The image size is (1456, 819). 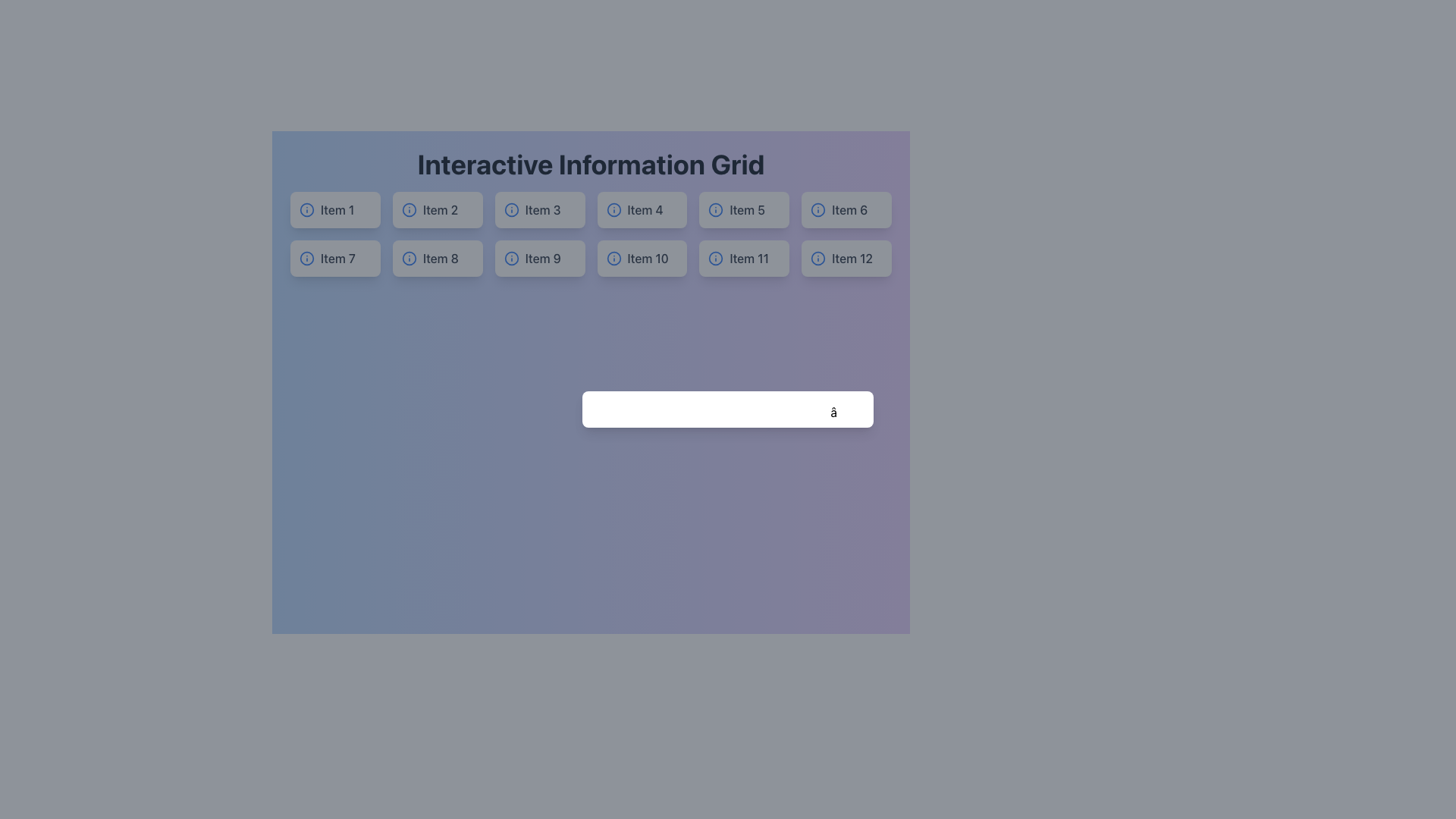 What do you see at coordinates (540, 210) in the screenshot?
I see `the informational label with the icon labeled 'Item 3', which is the third item in a horizontal grid layout, located between 'Item 2' and 'Item 4'` at bounding box center [540, 210].